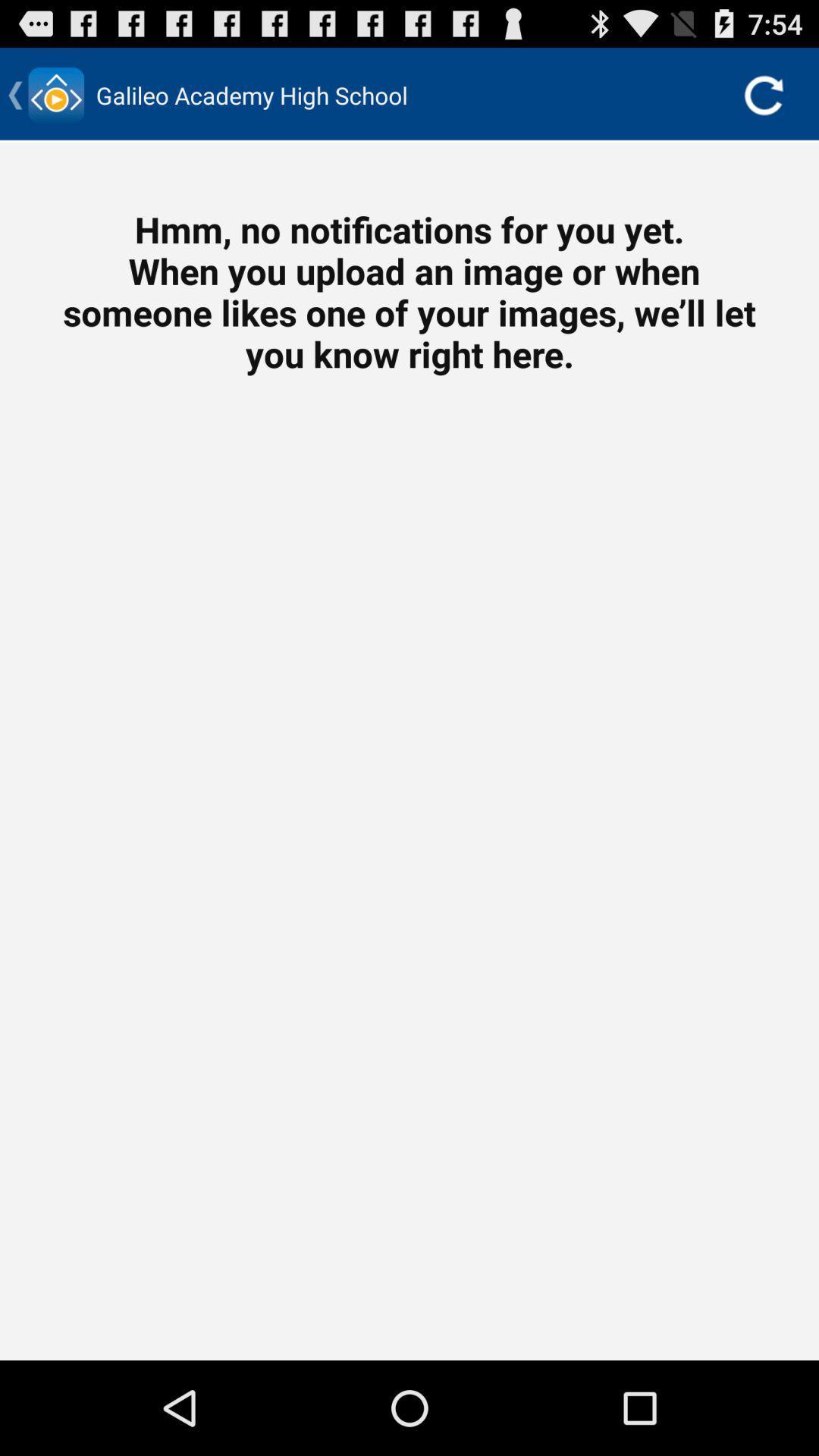 The image size is (819, 1456). I want to click on item next to galileo academy high item, so click(763, 94).